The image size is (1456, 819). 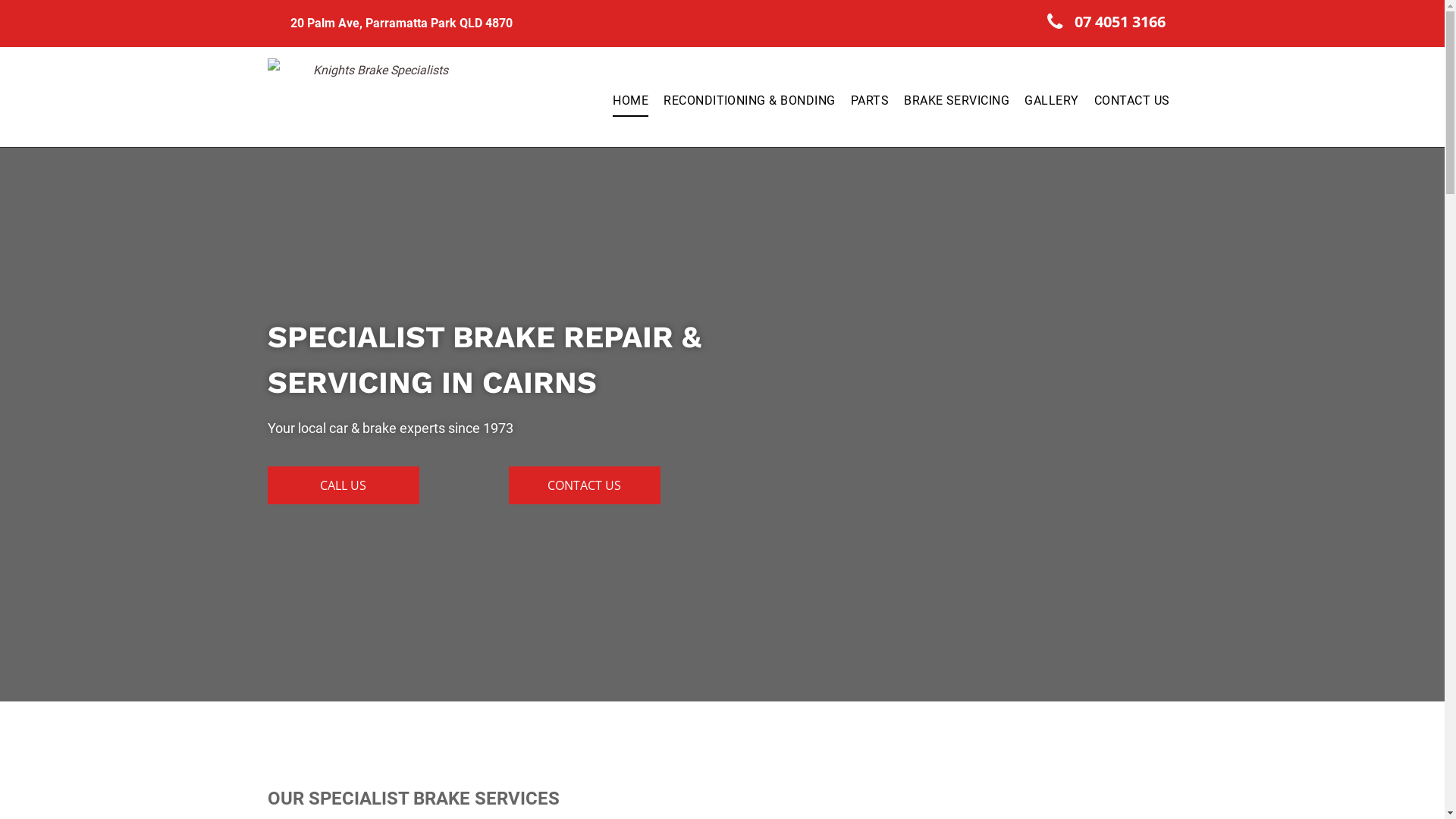 I want to click on 'CALL US', so click(x=266, y=485).